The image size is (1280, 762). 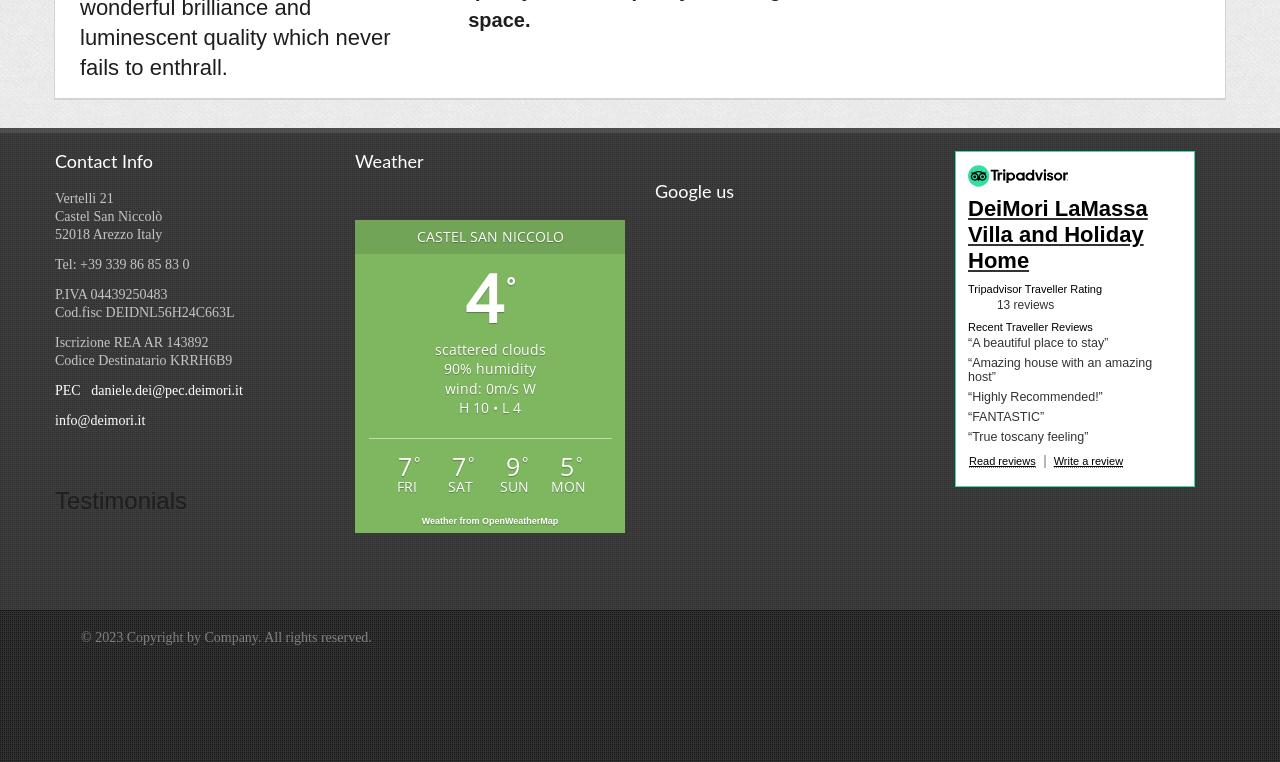 What do you see at coordinates (1005, 414) in the screenshot?
I see `'“FANTASTIC”'` at bounding box center [1005, 414].